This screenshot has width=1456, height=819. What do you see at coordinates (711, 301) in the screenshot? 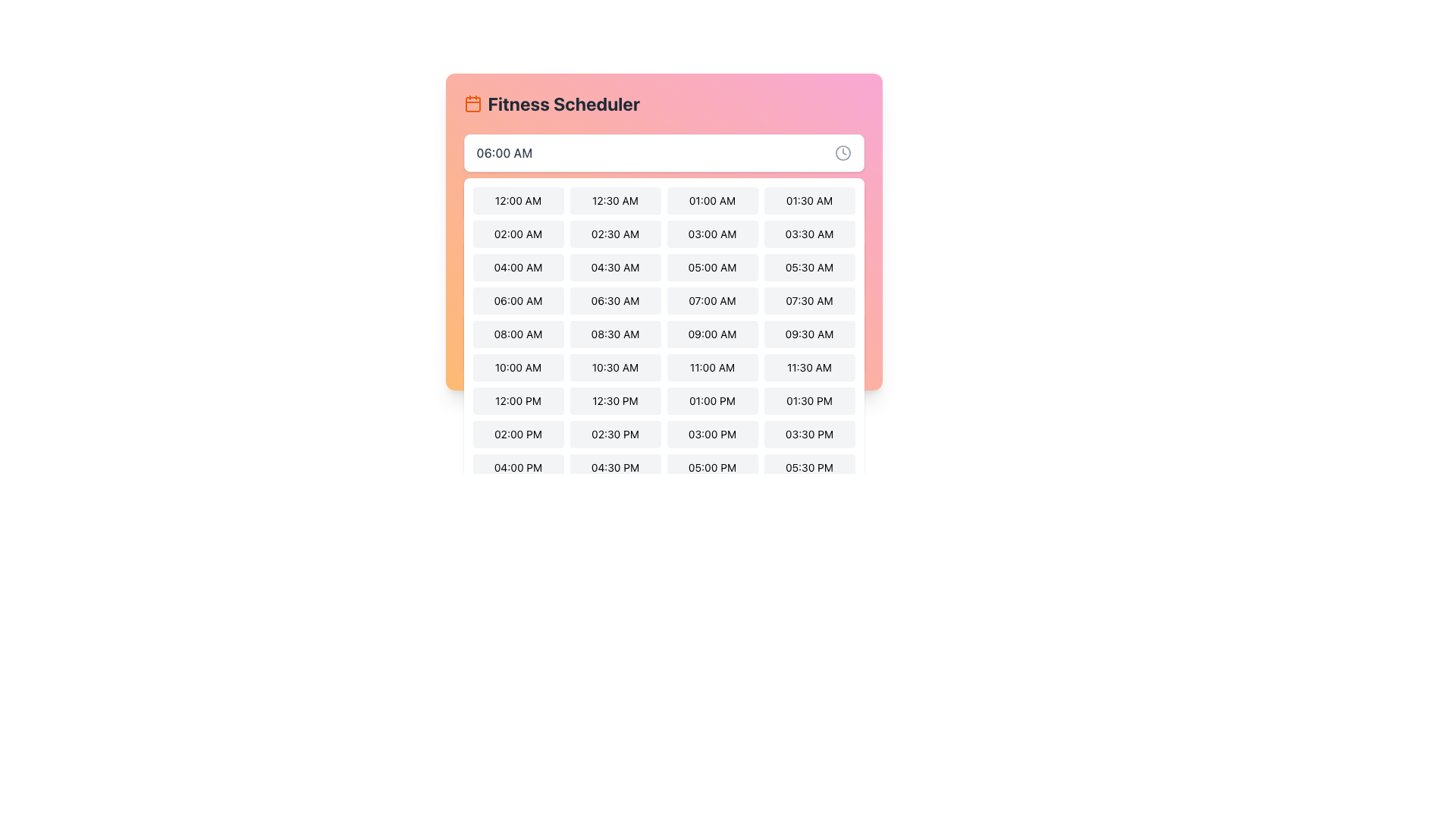
I see `the selectable time option button for '07:00 AM' in the Fitness Scheduler grid` at bounding box center [711, 301].